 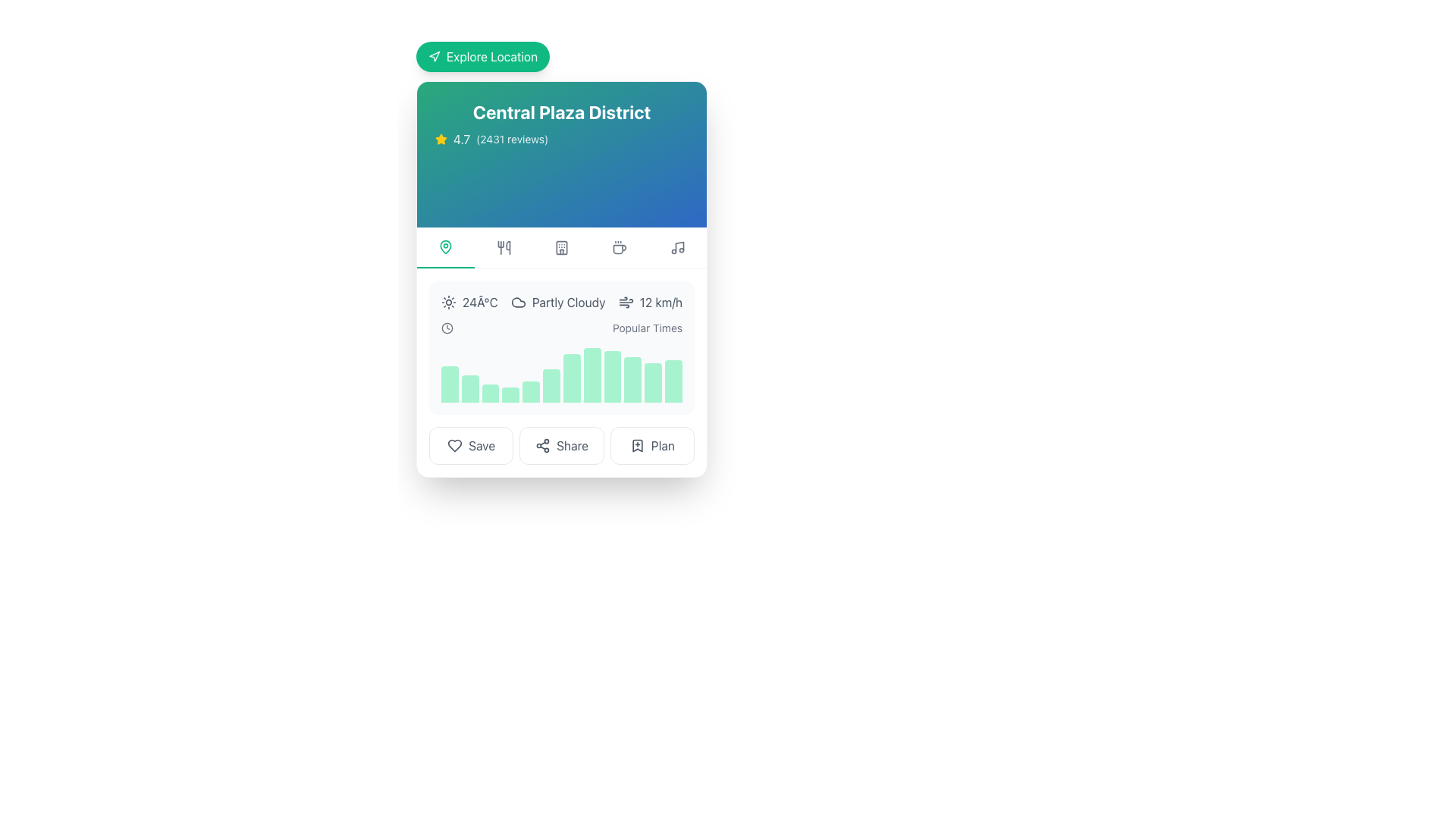 What do you see at coordinates (470, 444) in the screenshot?
I see `the 'Save' button, which is a rounded rectangle with a heart icon and muted gray text, located on the far left of the button group at the bottom of the panel` at bounding box center [470, 444].